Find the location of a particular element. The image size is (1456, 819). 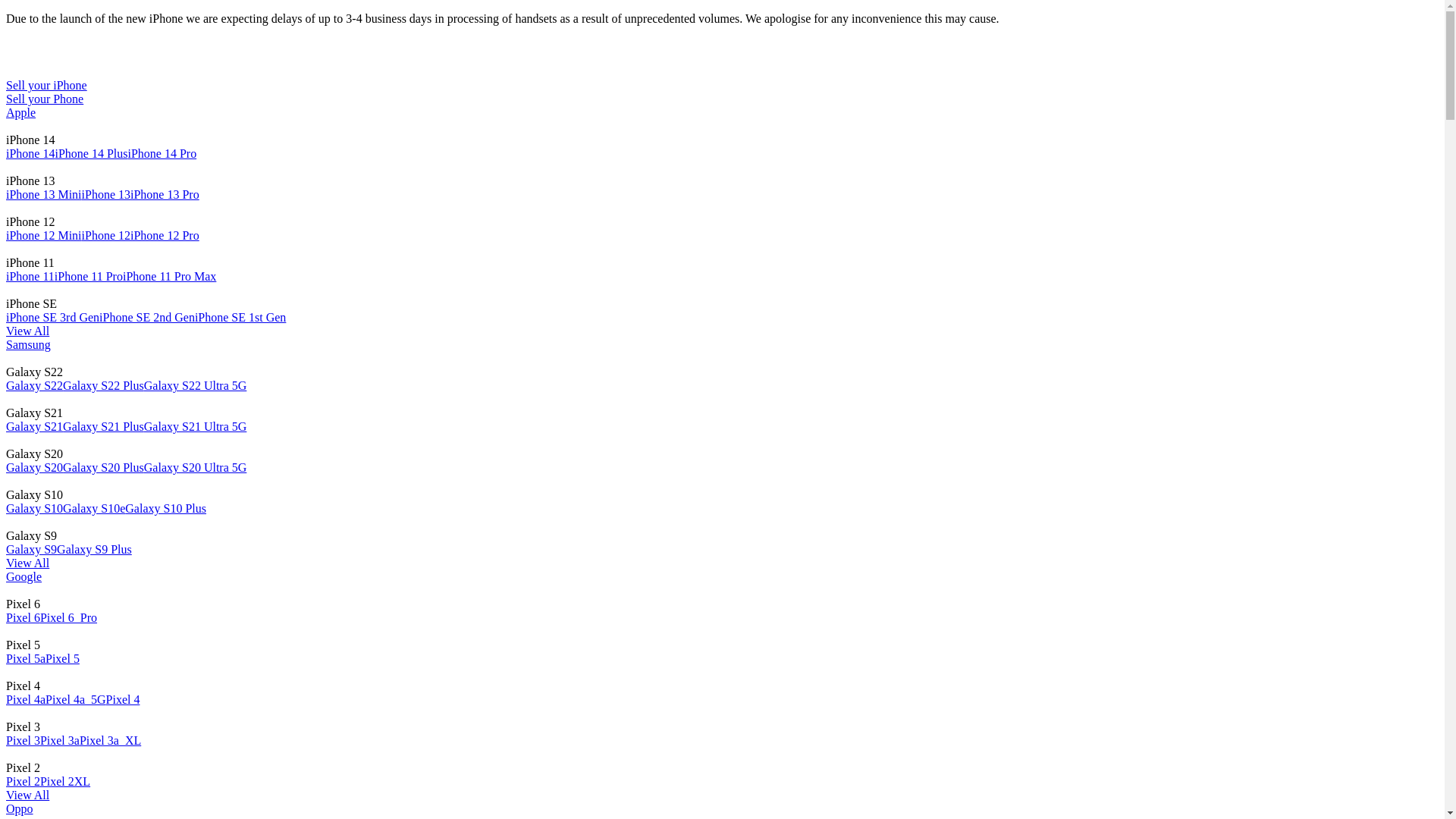

'iPhone 14 Plus' is located at coordinates (55, 153).